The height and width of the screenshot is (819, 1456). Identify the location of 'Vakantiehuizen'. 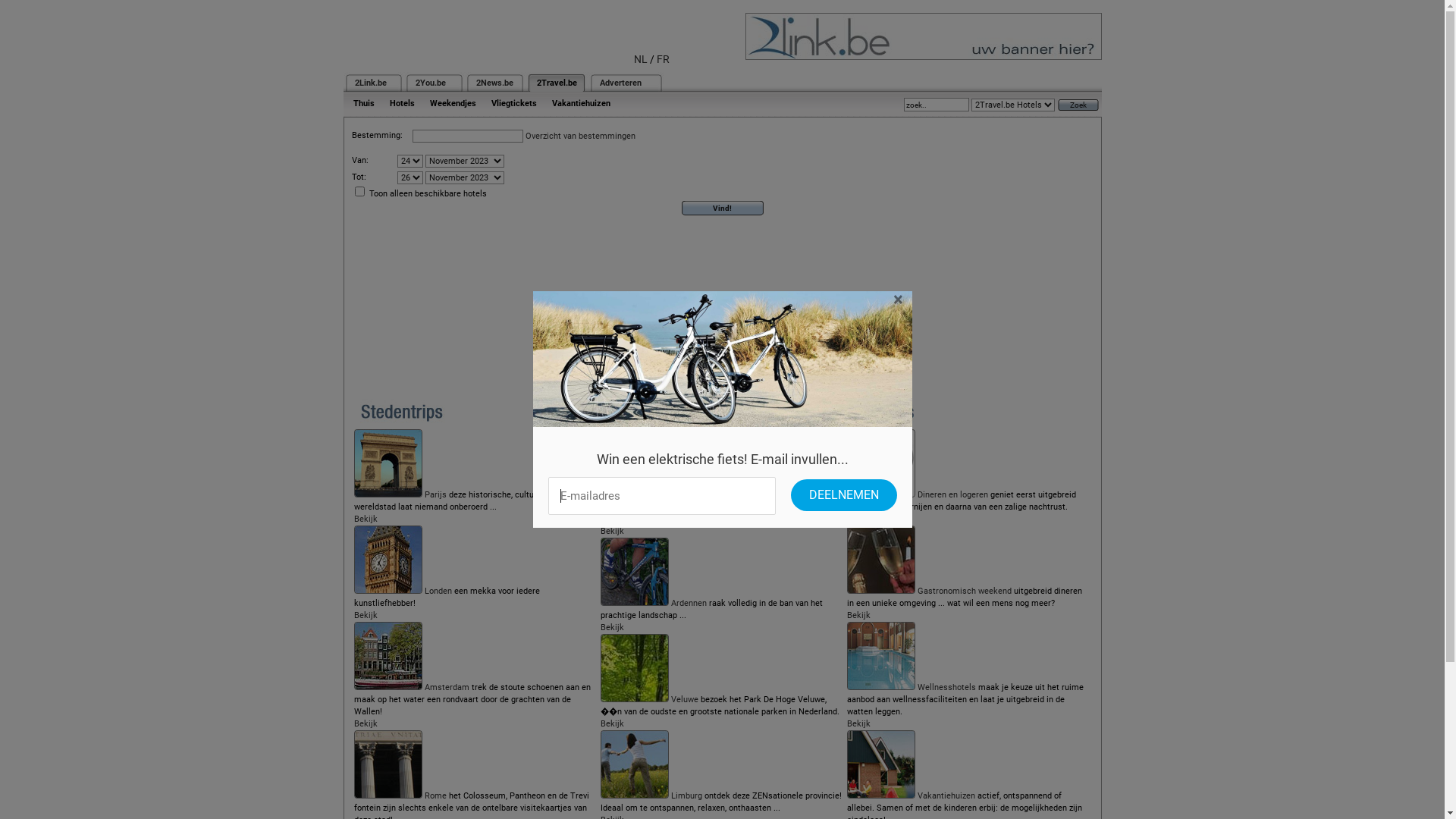
(544, 102).